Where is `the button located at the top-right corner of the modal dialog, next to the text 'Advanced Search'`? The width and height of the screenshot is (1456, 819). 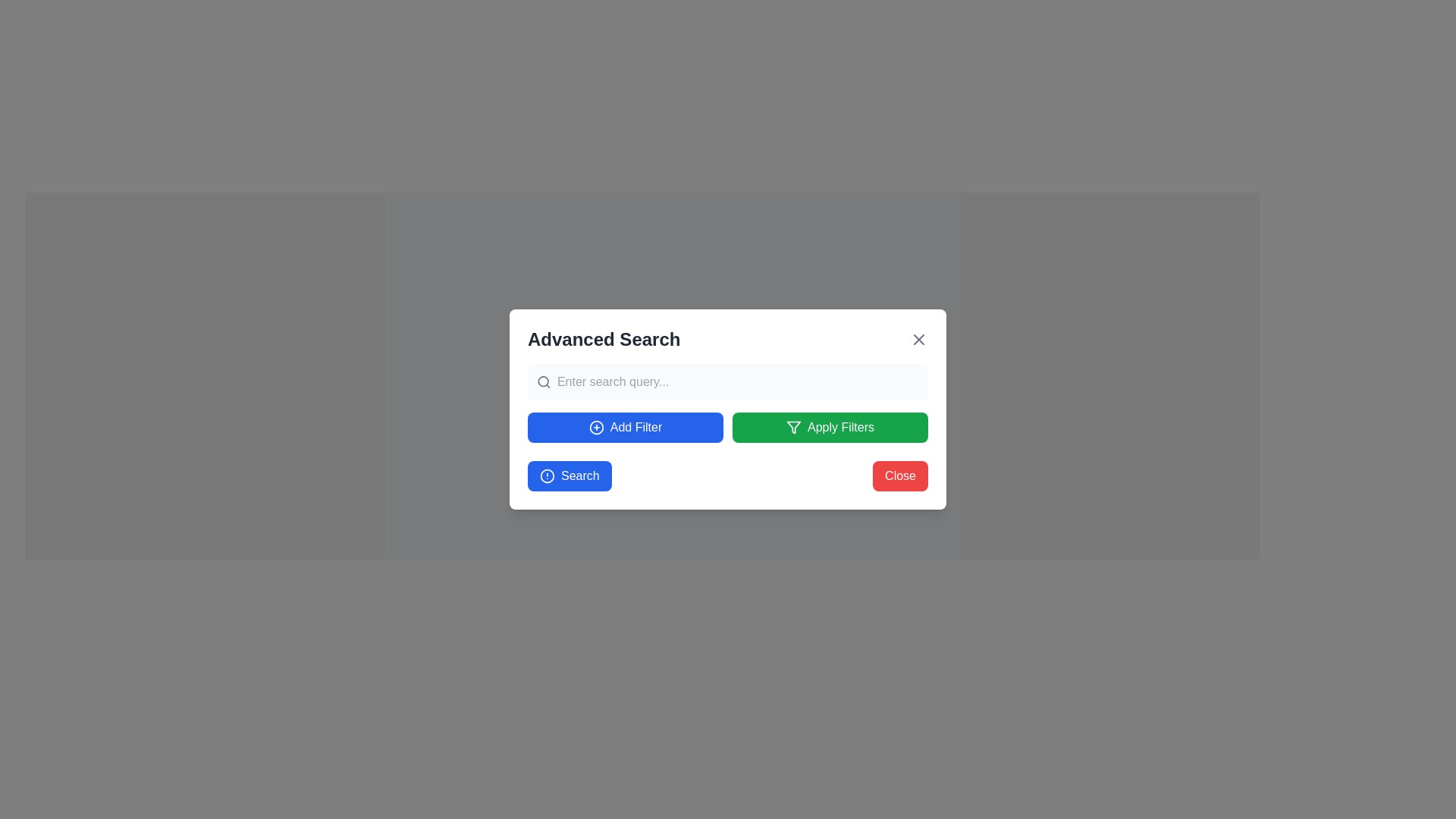 the button located at the top-right corner of the modal dialog, next to the text 'Advanced Search' is located at coordinates (918, 338).